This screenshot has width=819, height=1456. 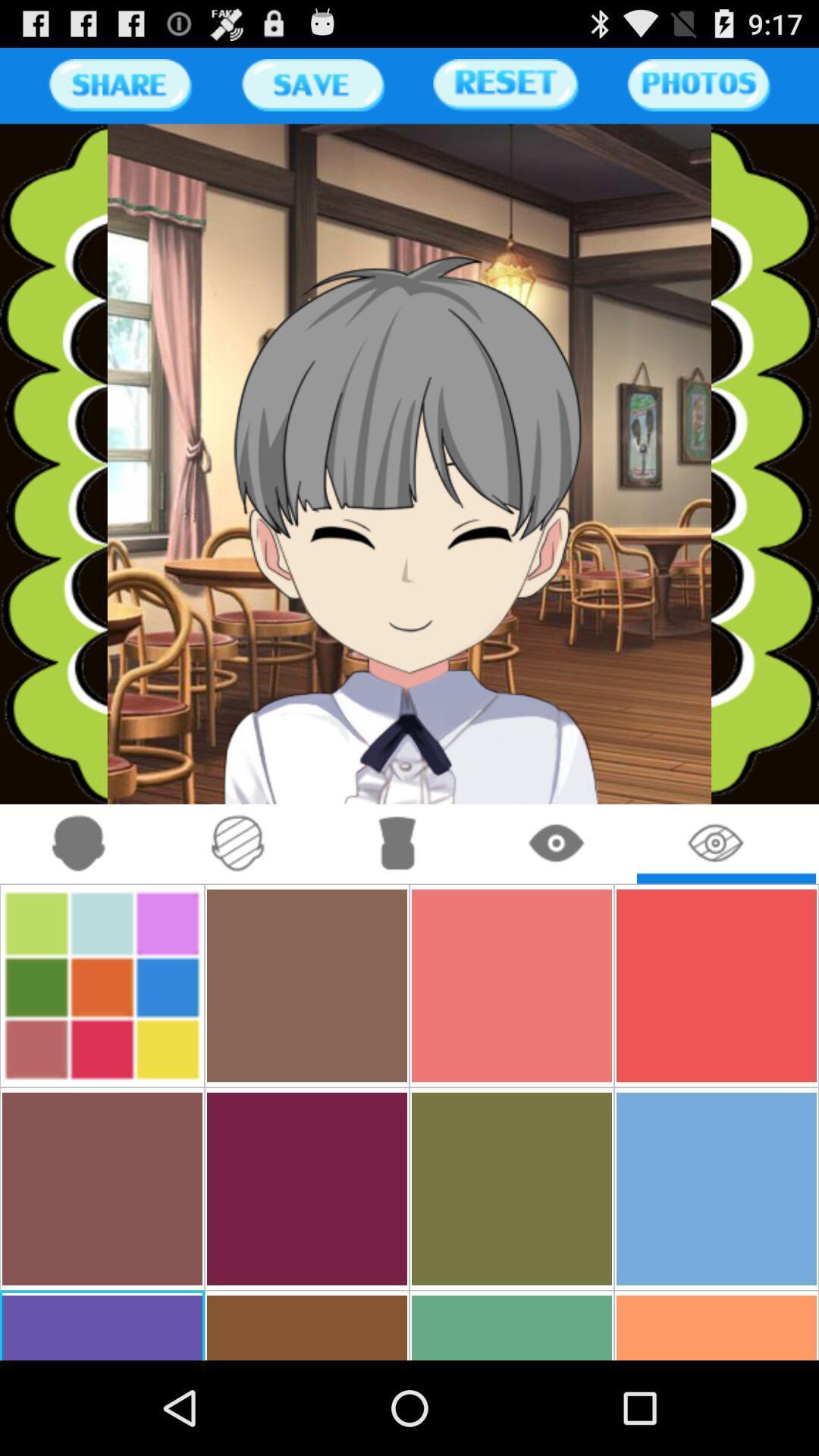 What do you see at coordinates (397, 843) in the screenshot?
I see `change clothing on the avatar` at bounding box center [397, 843].